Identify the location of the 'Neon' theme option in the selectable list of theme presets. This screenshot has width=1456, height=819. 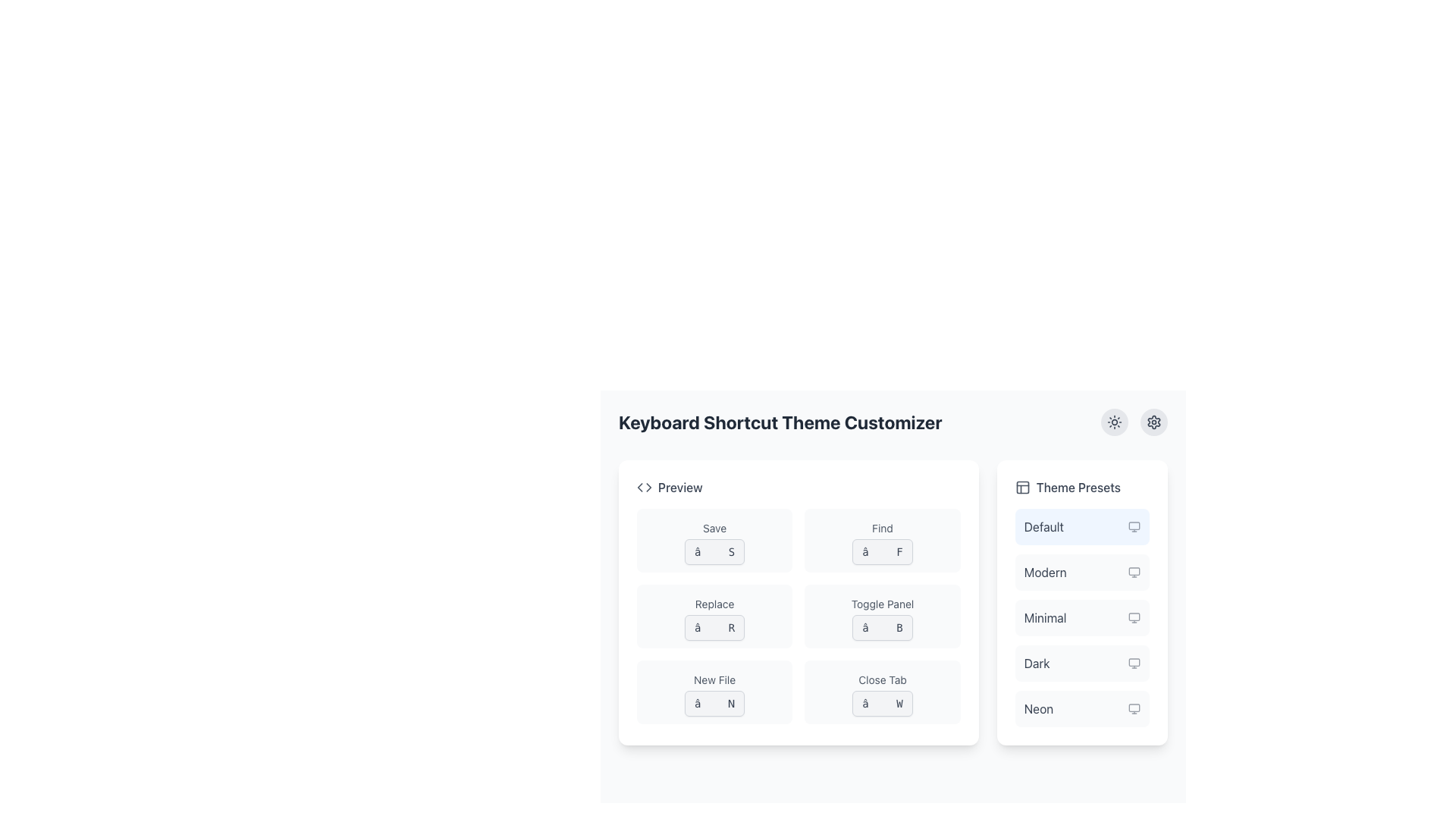
(1081, 708).